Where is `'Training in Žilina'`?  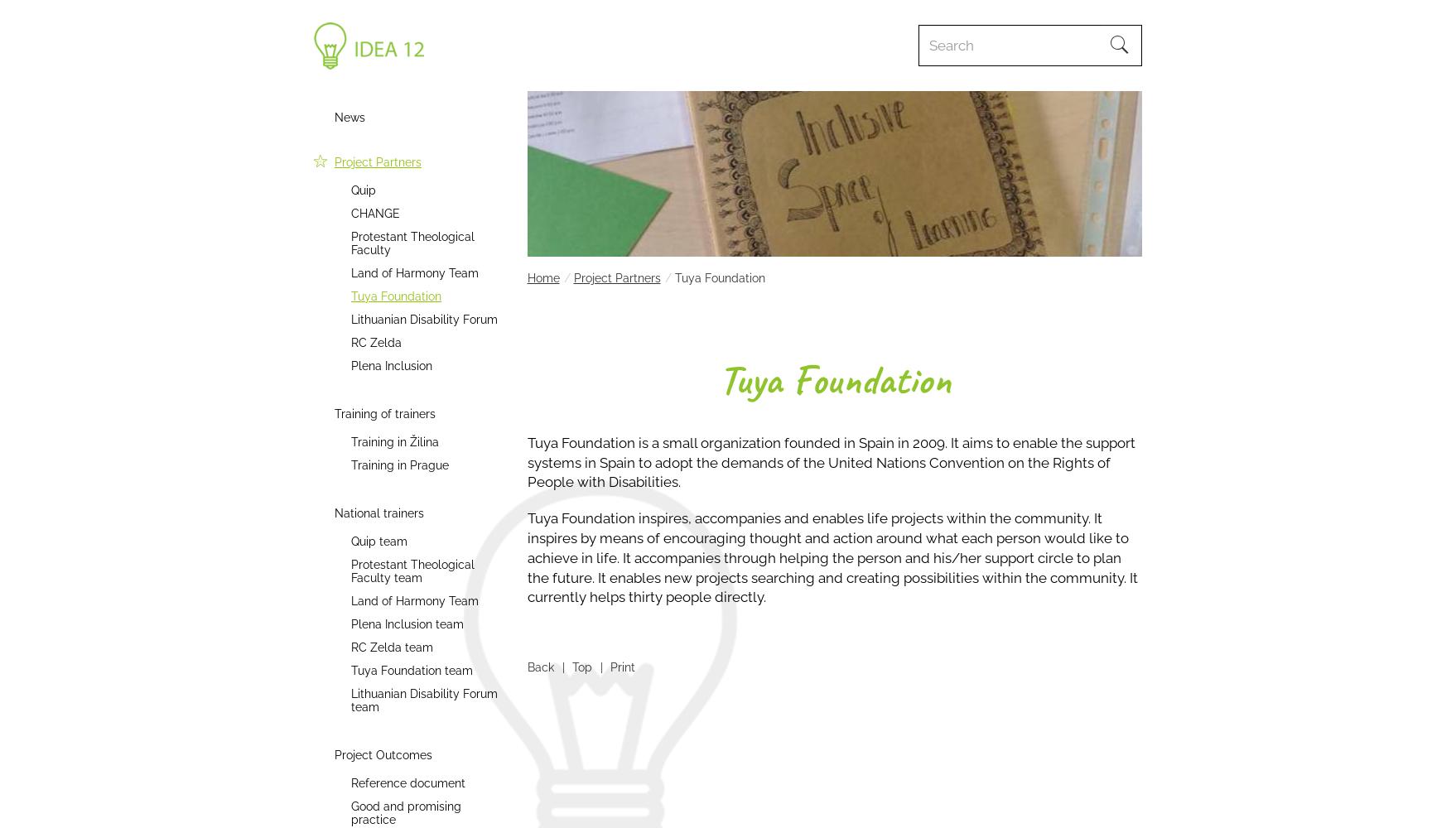
'Training in Žilina' is located at coordinates (393, 442).